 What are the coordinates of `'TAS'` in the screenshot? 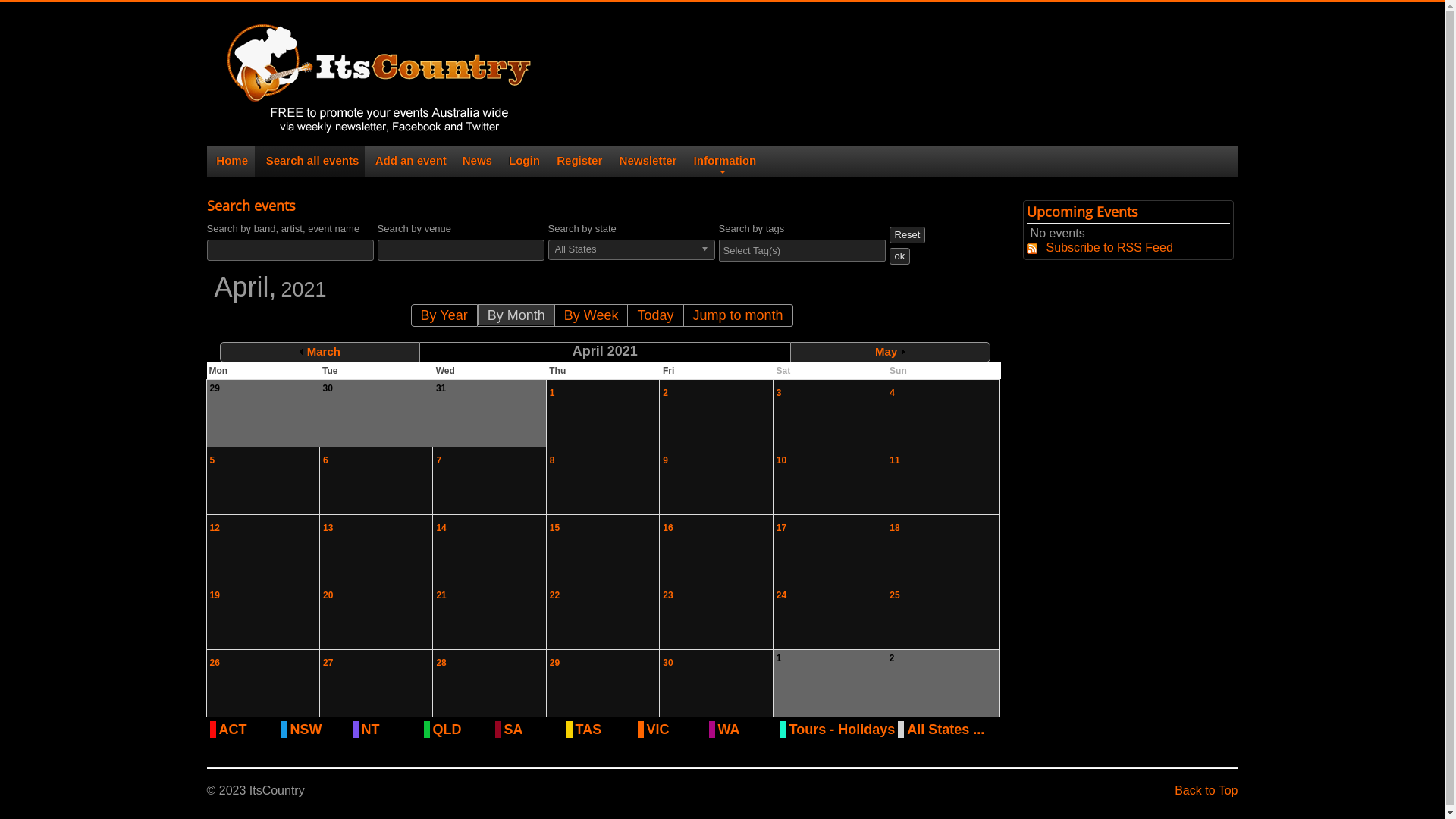 It's located at (574, 728).